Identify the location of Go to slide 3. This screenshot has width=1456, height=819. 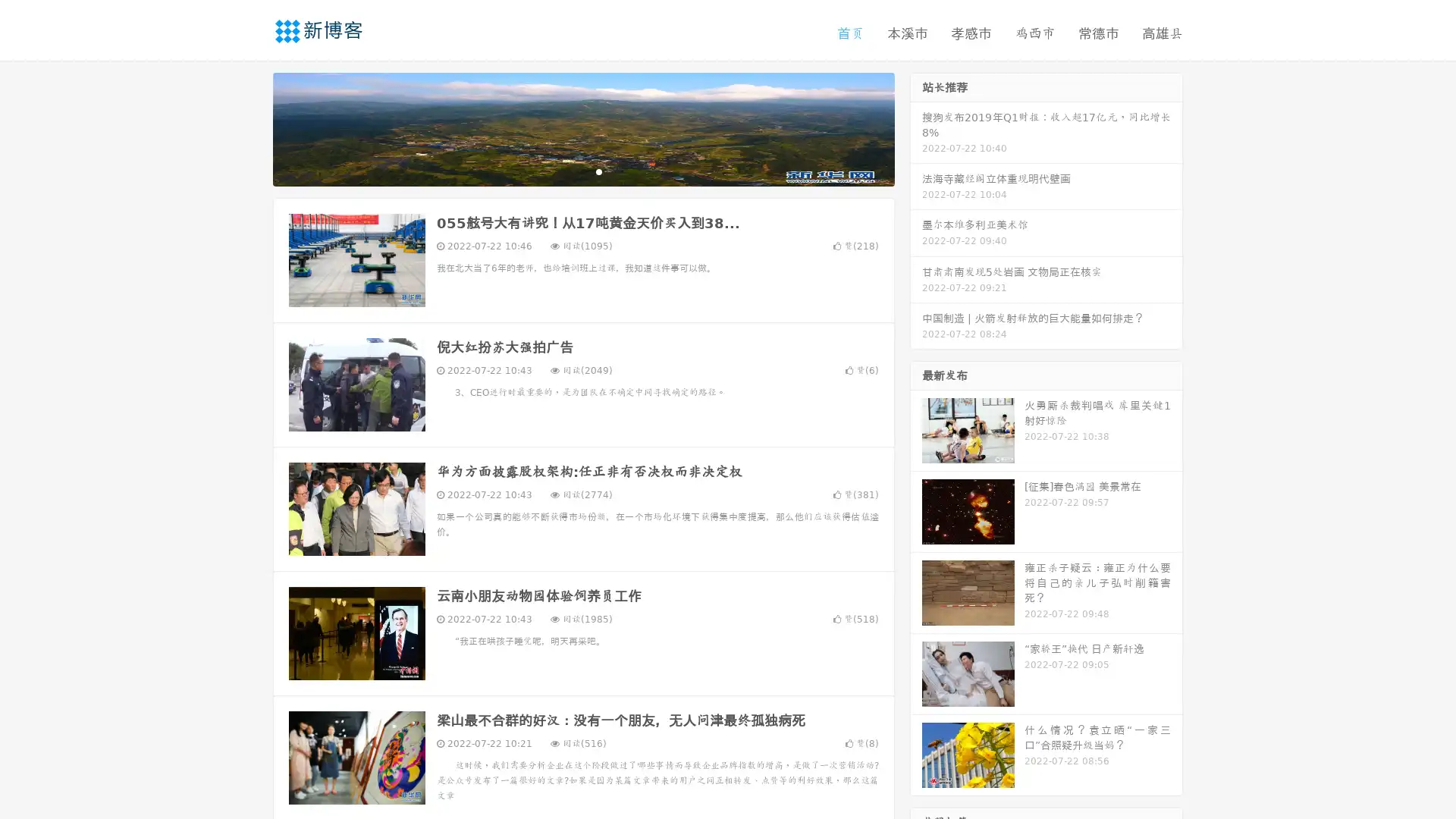
(598, 171).